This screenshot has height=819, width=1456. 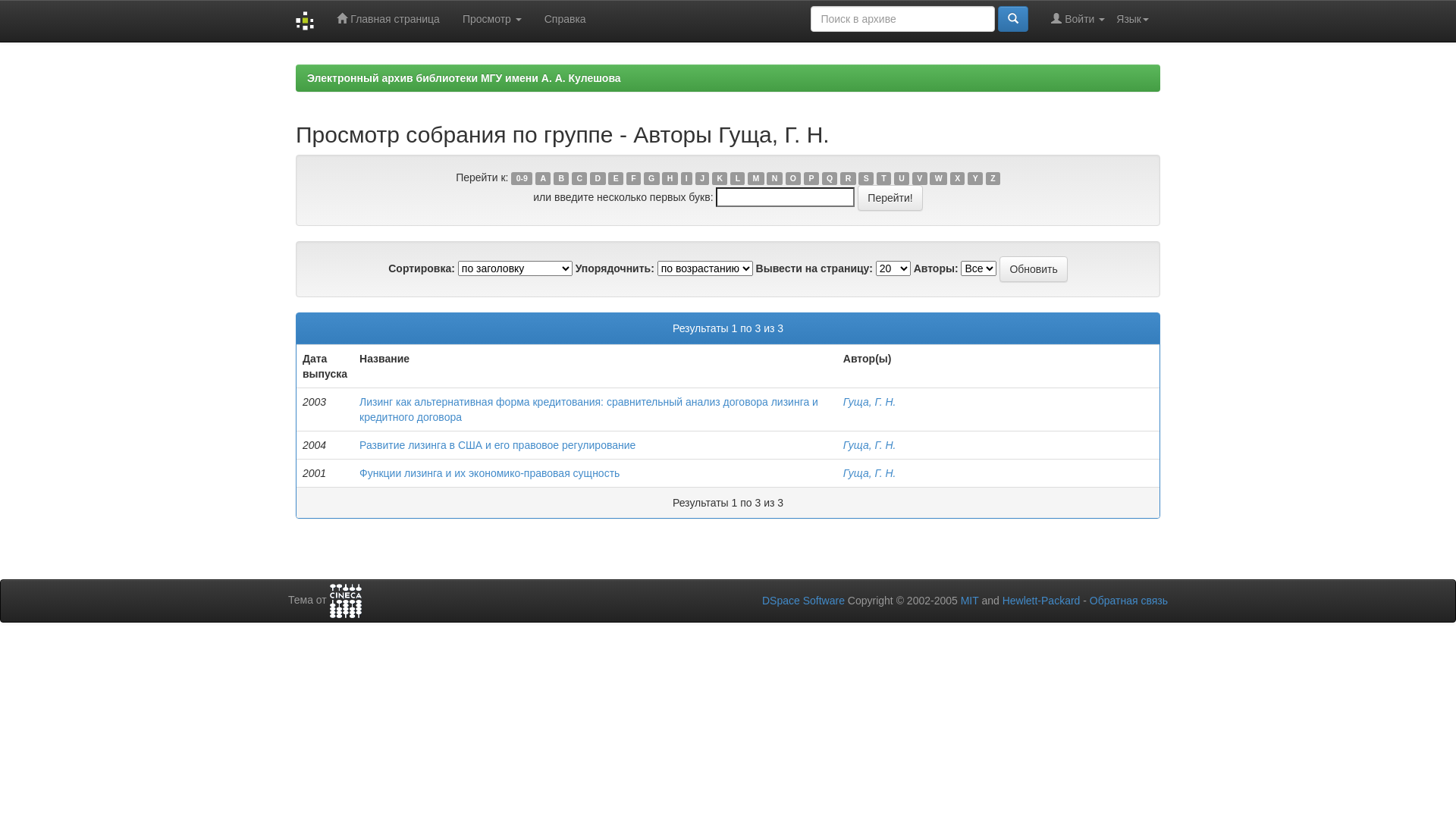 I want to click on 'U', so click(x=902, y=177).